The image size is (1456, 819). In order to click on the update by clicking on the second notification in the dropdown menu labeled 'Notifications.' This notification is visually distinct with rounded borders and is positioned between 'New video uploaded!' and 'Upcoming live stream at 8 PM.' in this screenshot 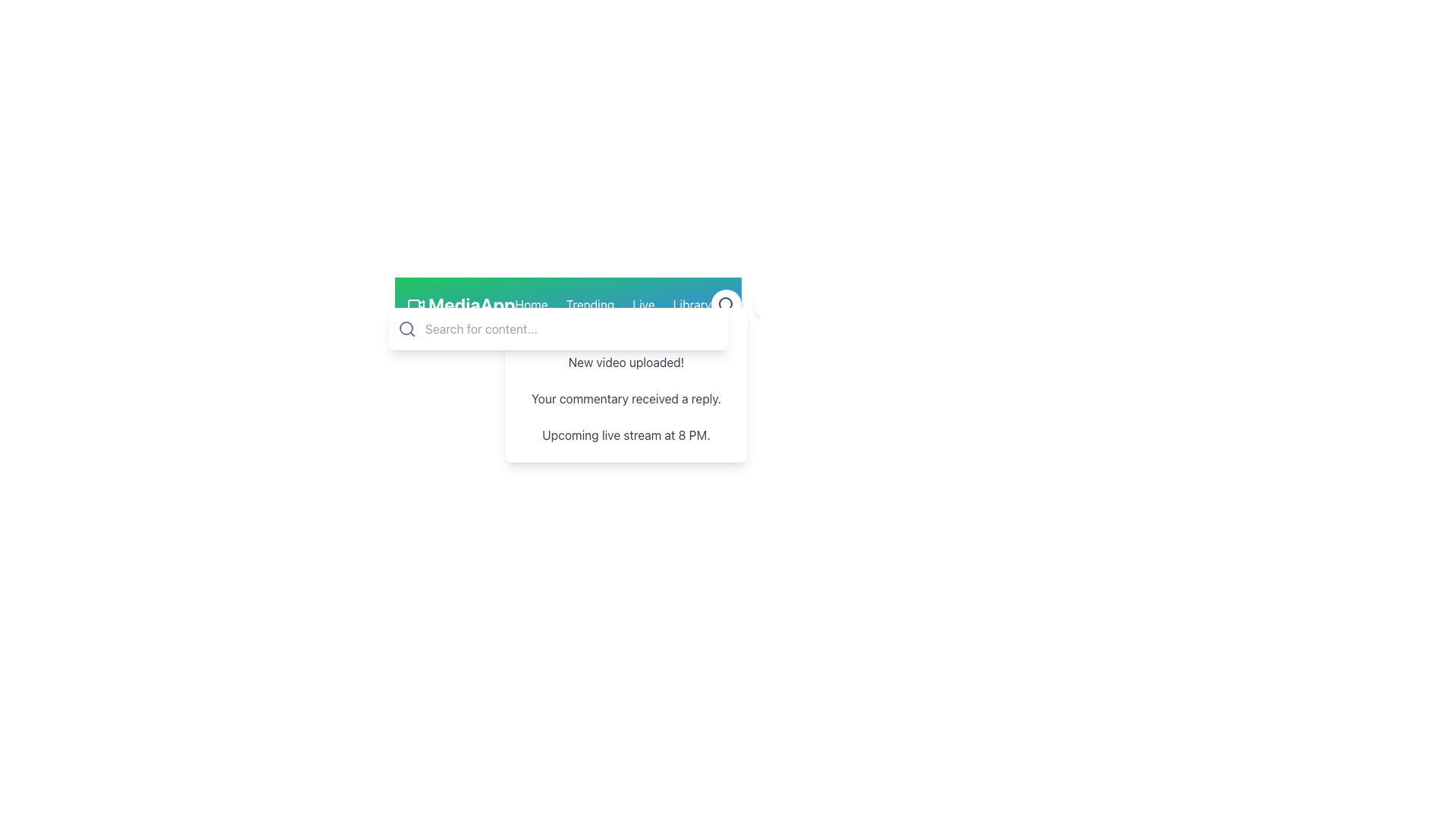, I will do `click(626, 397)`.